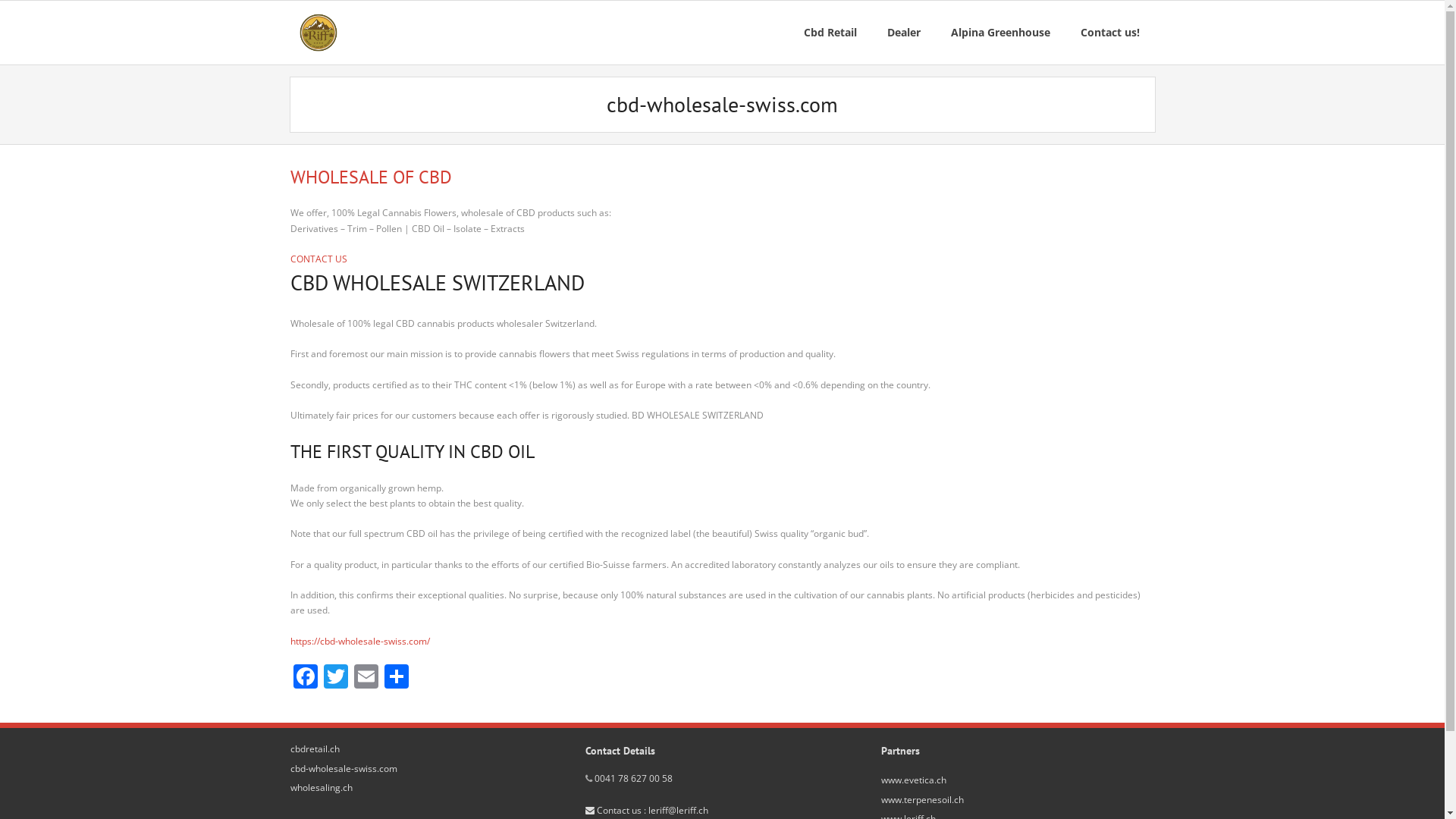 This screenshot has width=1456, height=819. Describe the element at coordinates (359, 641) in the screenshot. I see `'https://cbd-wholesale-swiss.com/'` at that location.